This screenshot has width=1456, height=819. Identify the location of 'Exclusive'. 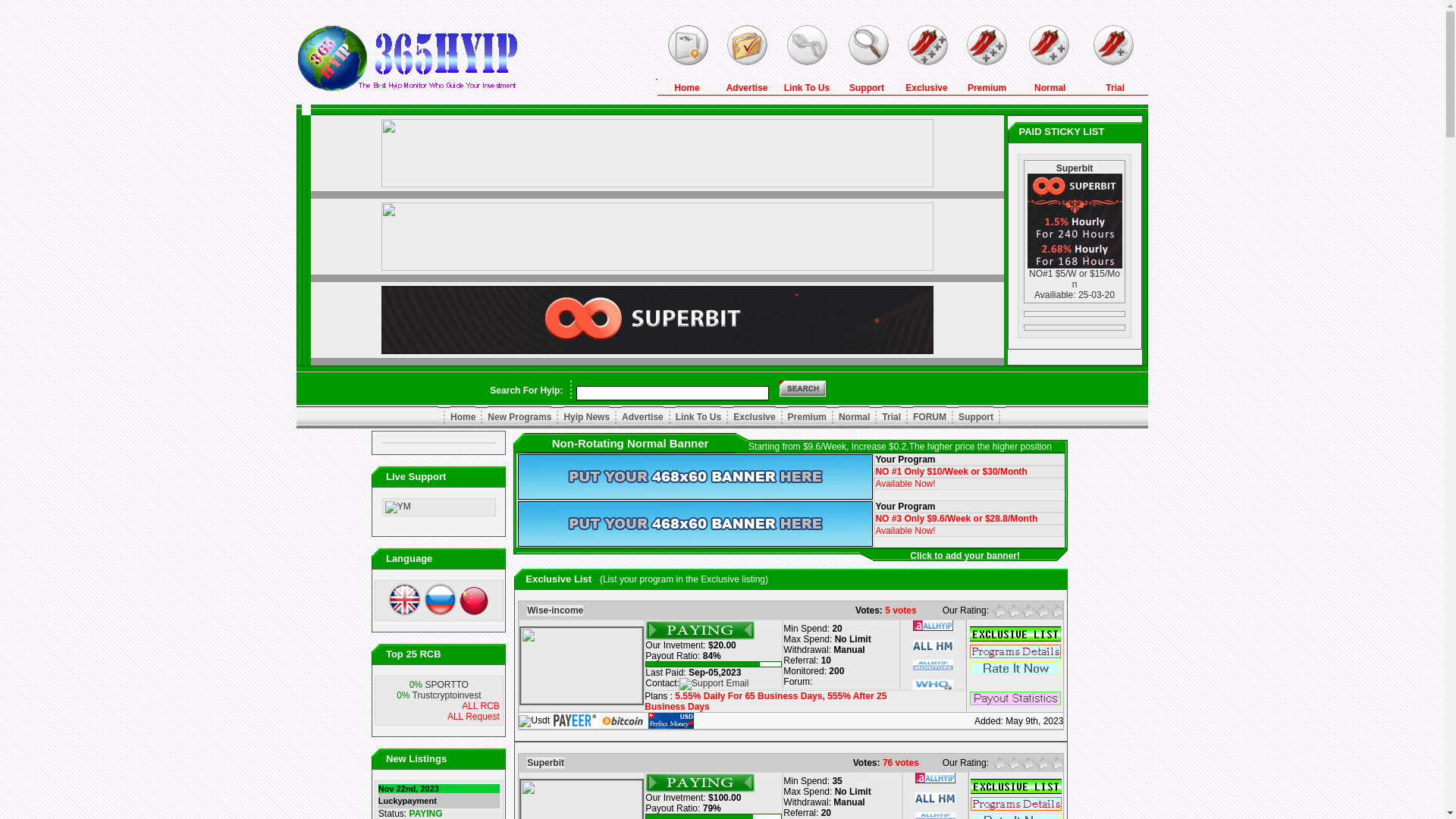
(754, 417).